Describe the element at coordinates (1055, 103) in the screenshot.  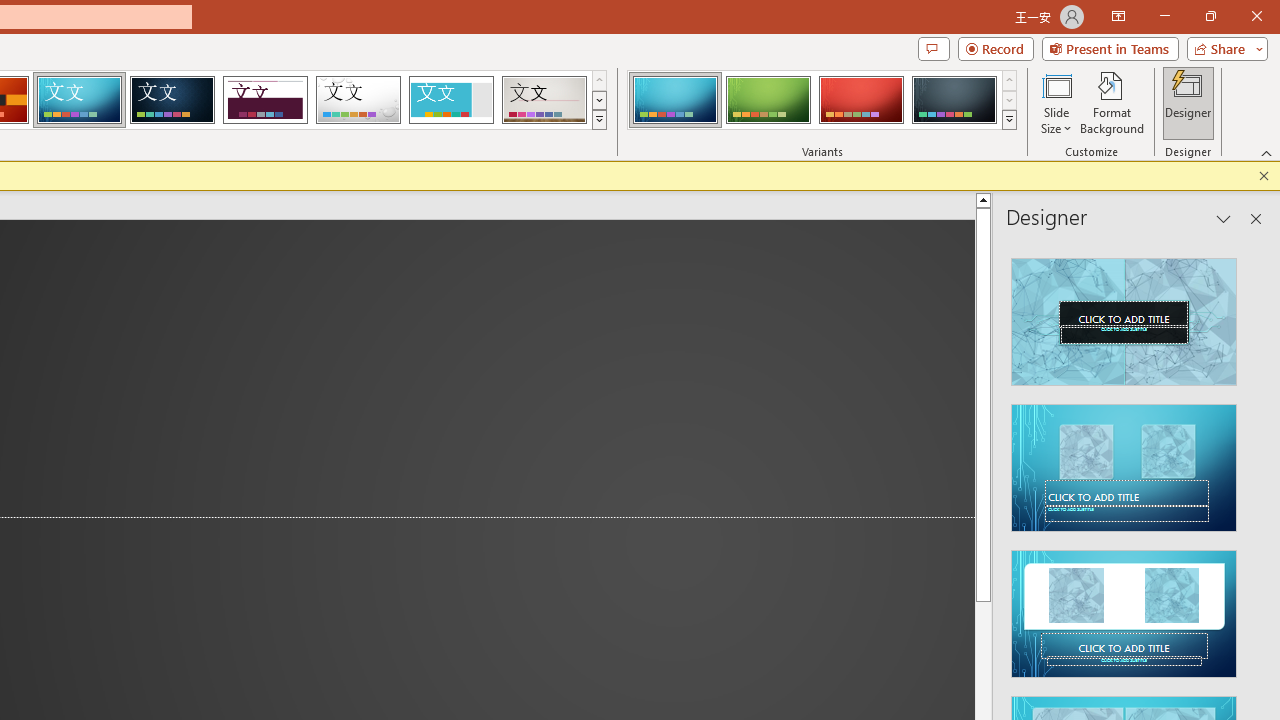
I see `'Slide Size'` at that location.